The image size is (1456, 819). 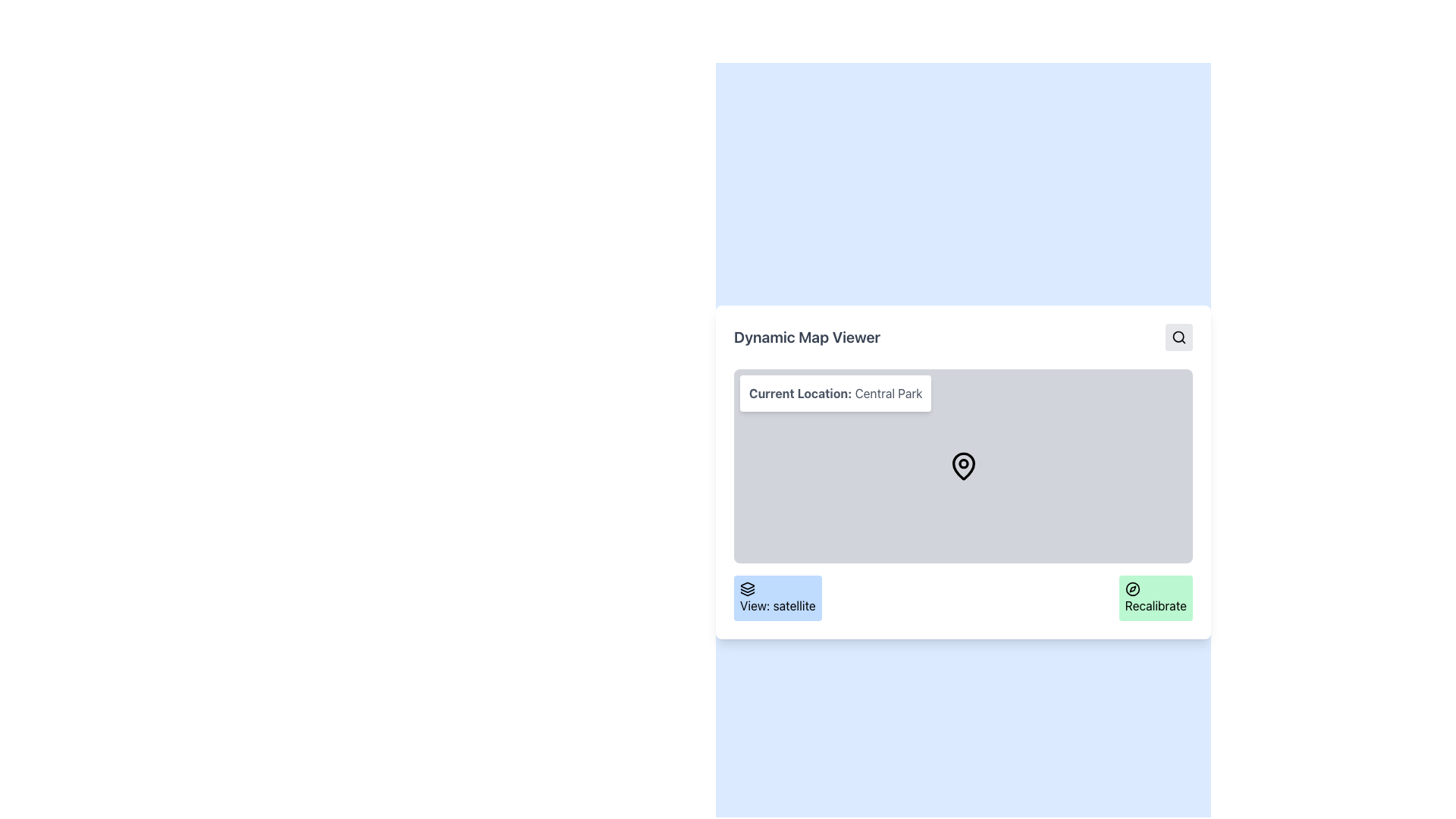 I want to click on the circular icon with a compass design located within the green 'Recalibrate' button in the bottom right corner of the interface, so click(x=1132, y=588).